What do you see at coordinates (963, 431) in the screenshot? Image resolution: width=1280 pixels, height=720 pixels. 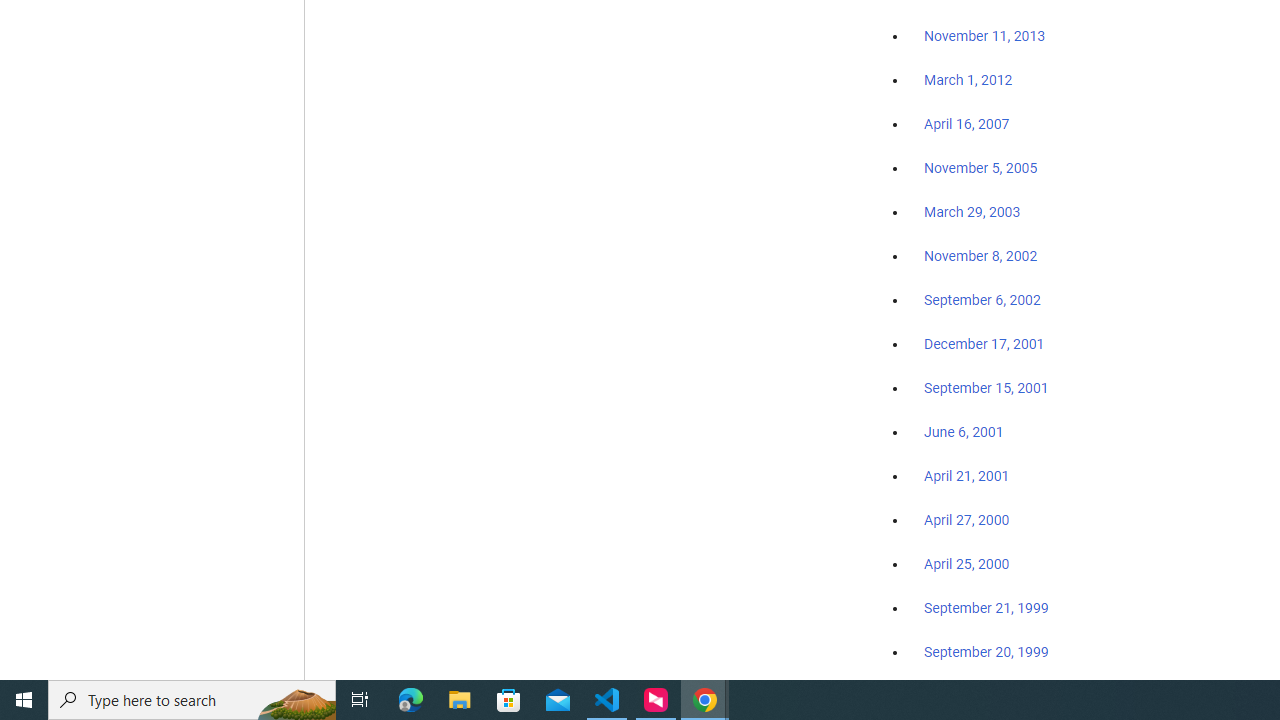 I see `'June 6, 2001'` at bounding box center [963, 431].